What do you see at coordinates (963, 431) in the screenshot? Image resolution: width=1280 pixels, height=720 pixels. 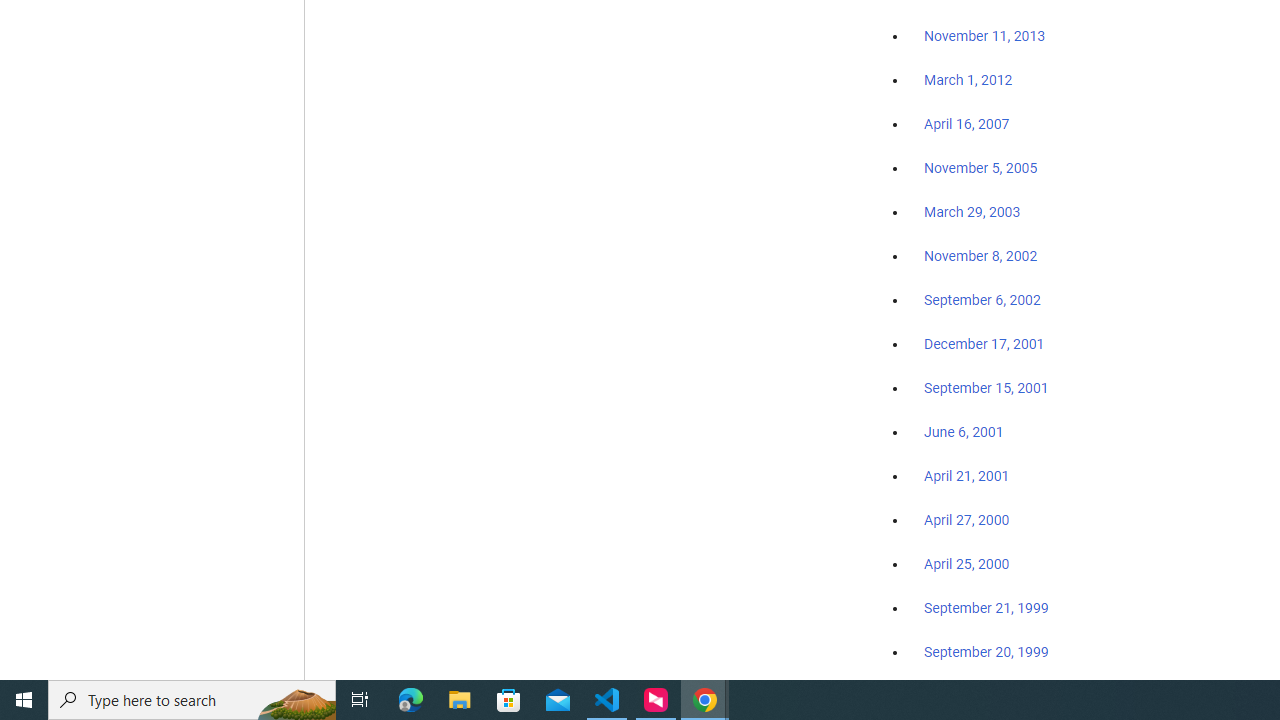 I see `'June 6, 2001'` at bounding box center [963, 431].